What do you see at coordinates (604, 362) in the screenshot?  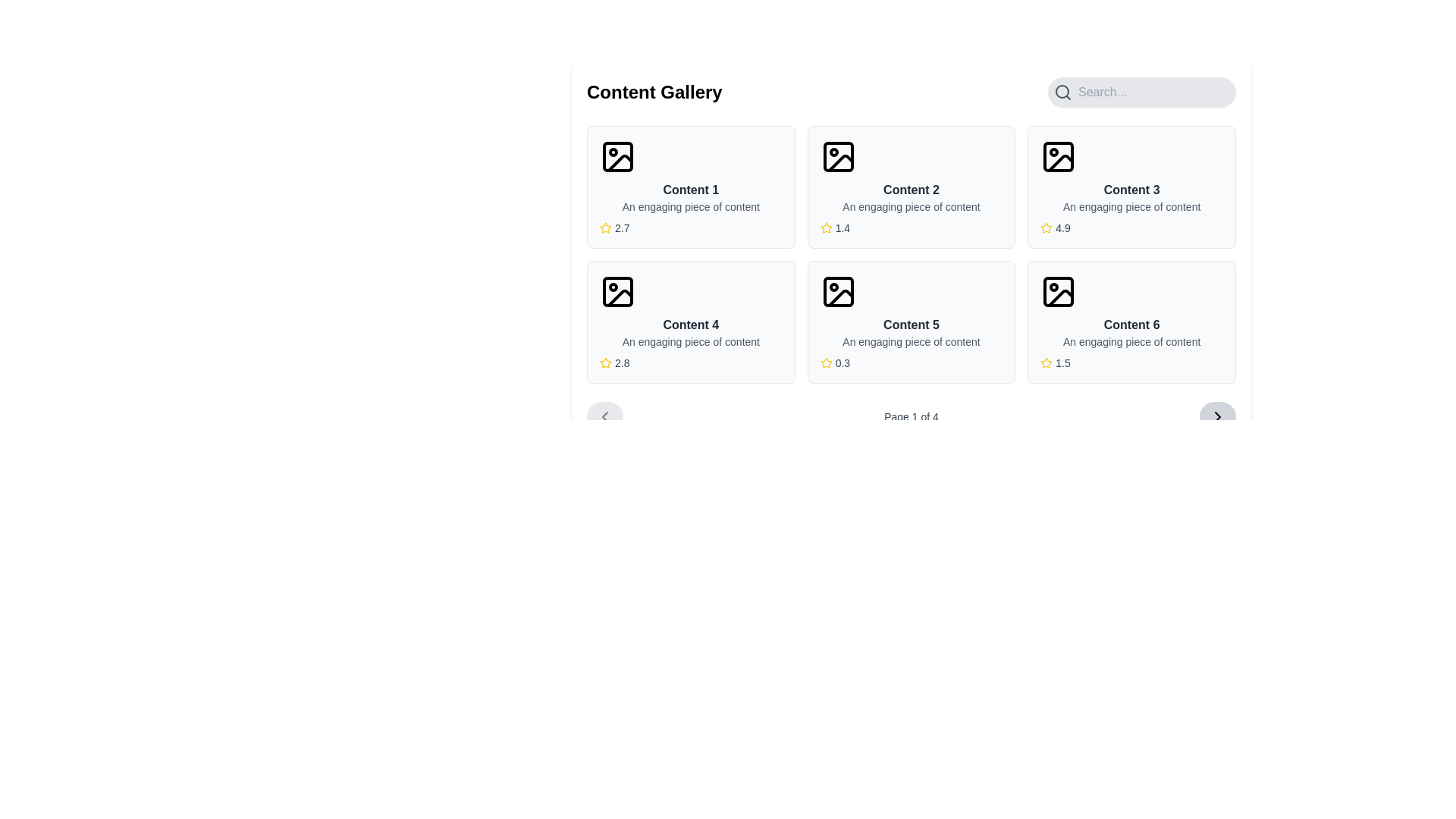 I see `the rating icon for 'Content 4', which is located in the second row, first column of the Content Gallery, positioned below the content title and image, preceding the numeric rating value '2.8'` at bounding box center [604, 362].